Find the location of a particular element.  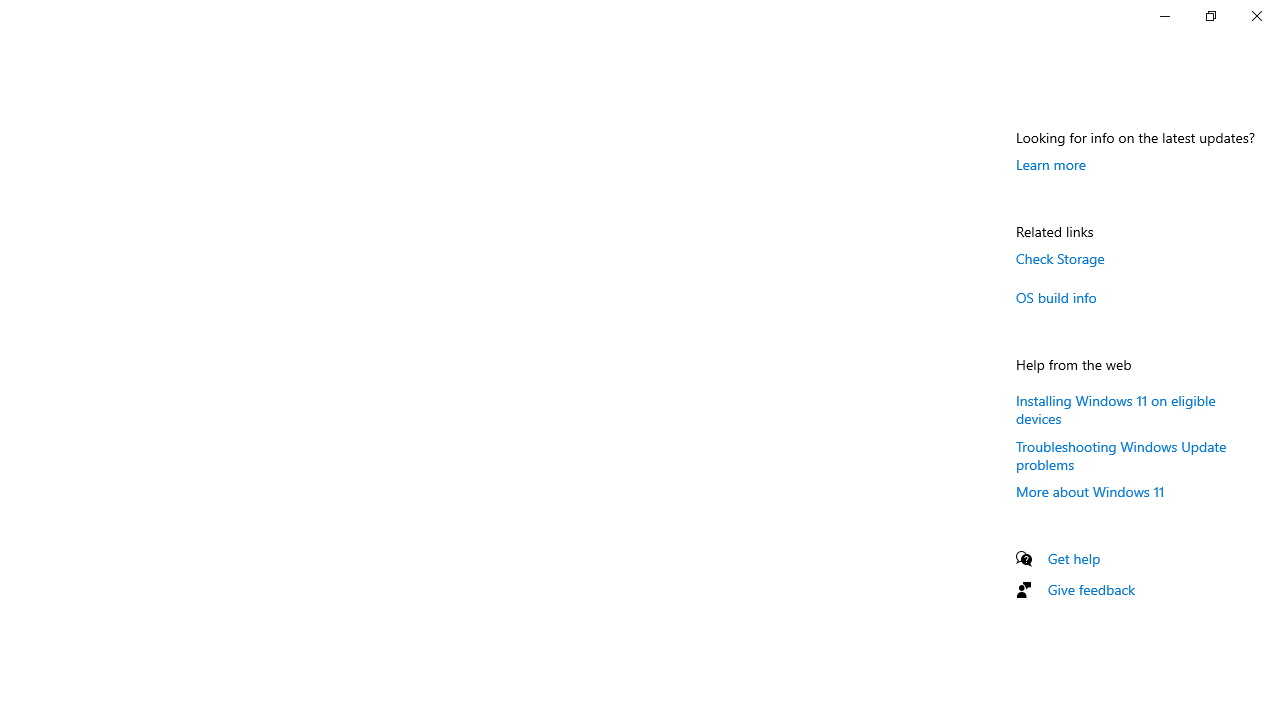

'Troubleshooting Windows Update problems' is located at coordinates (1121, 455).